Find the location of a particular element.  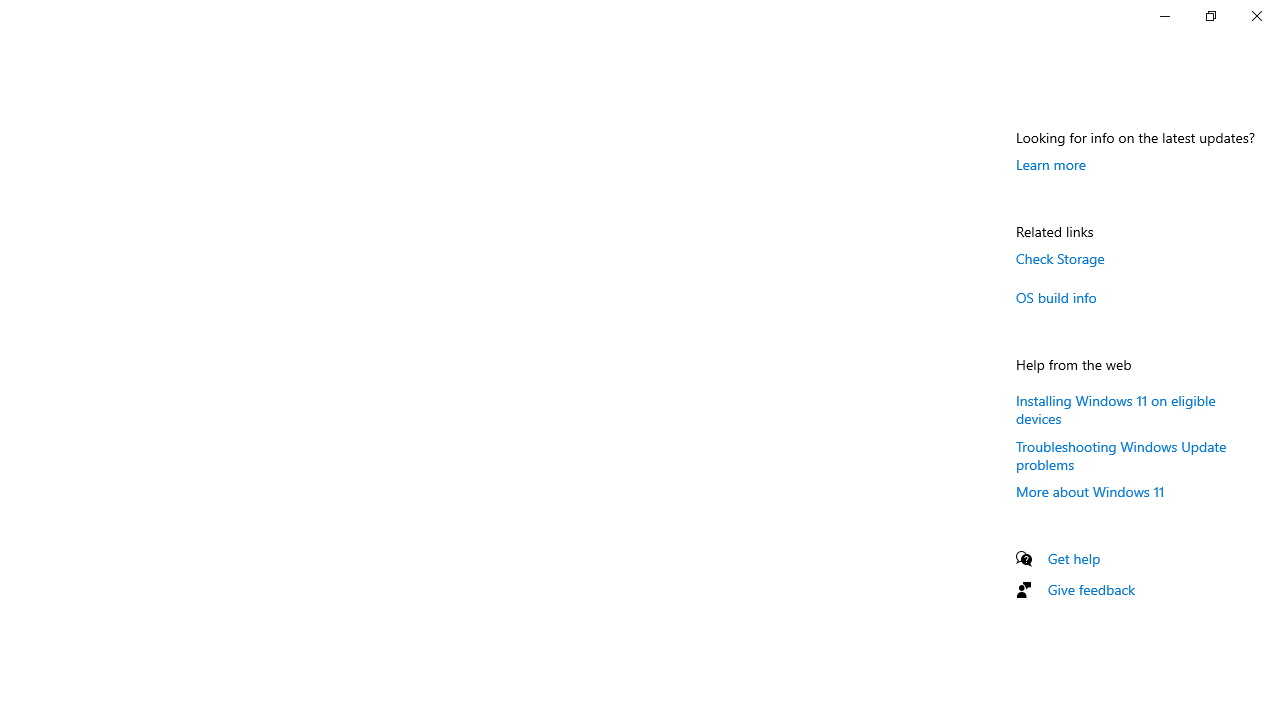

'Troubleshooting Windows Update problems' is located at coordinates (1121, 455).